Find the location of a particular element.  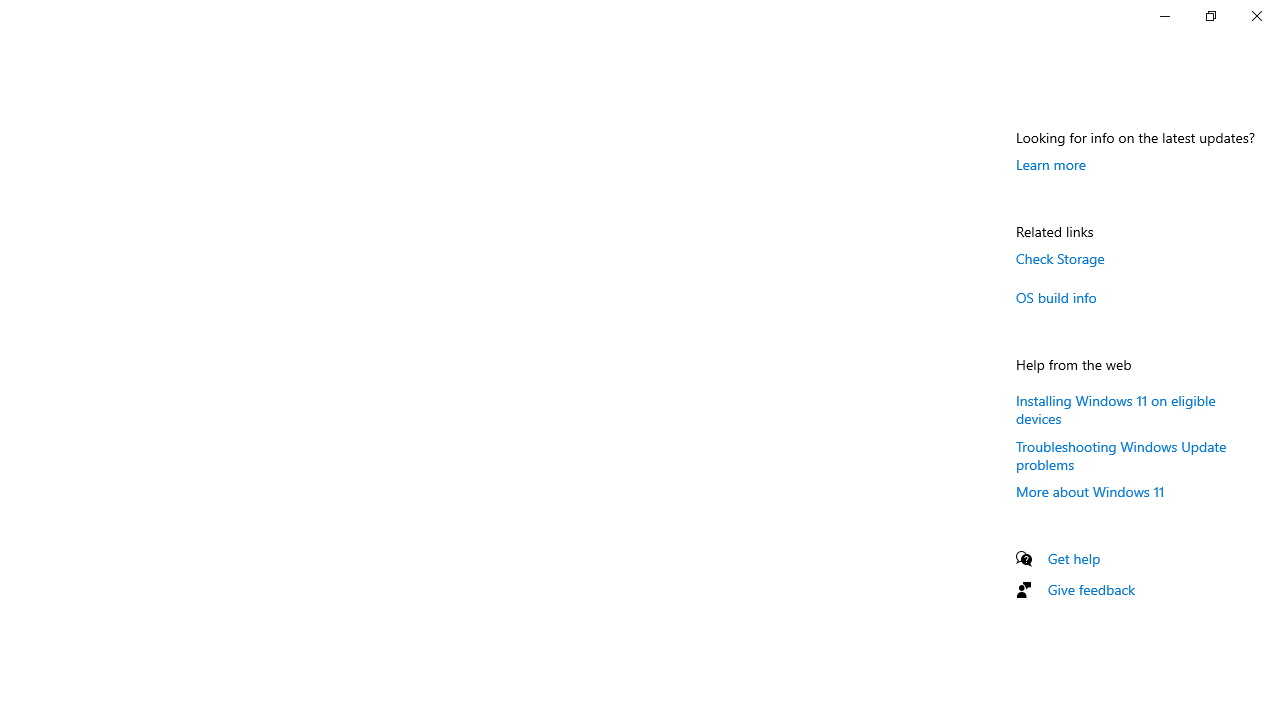

'Troubleshooting Windows Update problems' is located at coordinates (1121, 455).